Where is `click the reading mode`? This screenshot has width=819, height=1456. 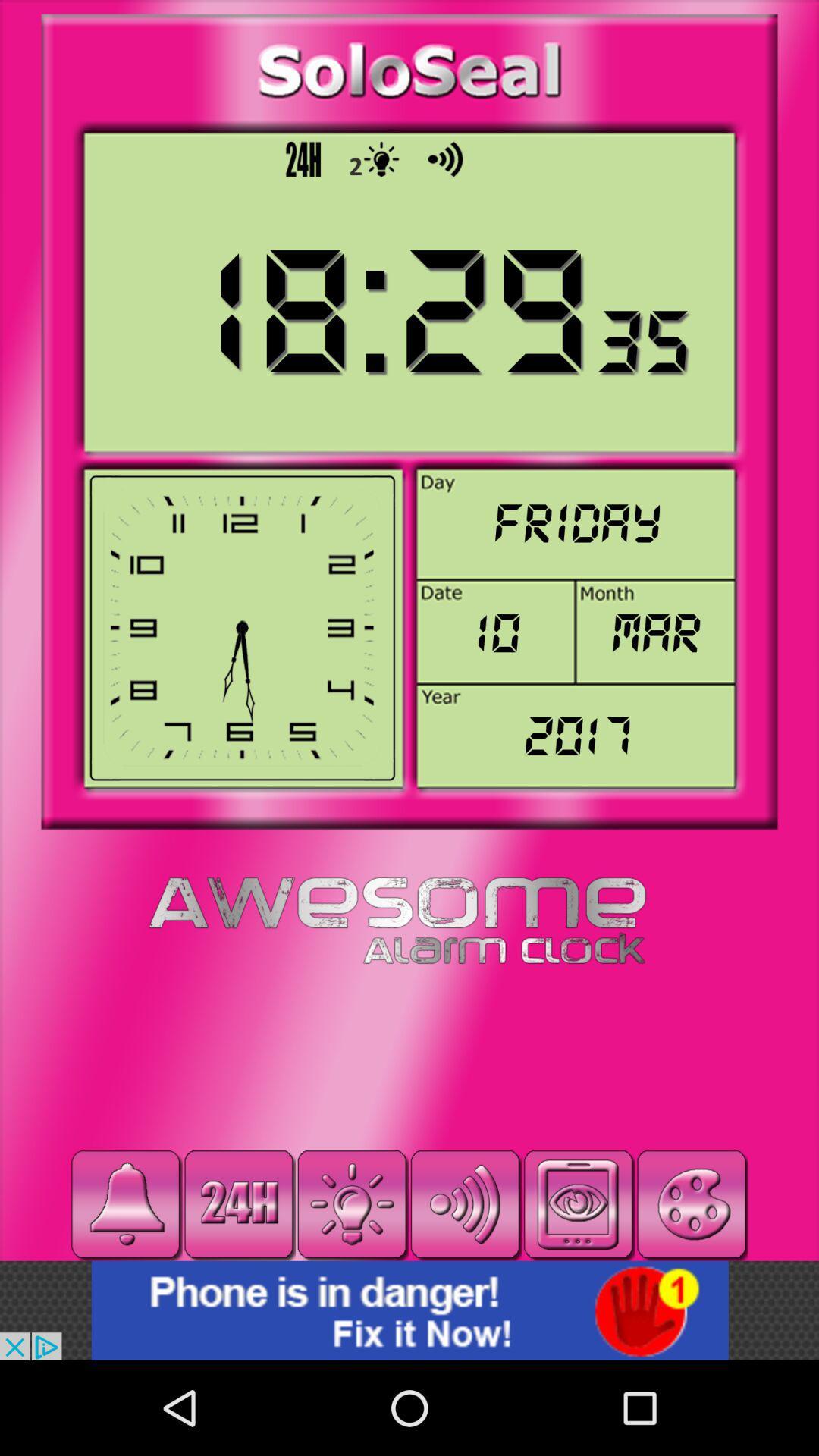 click the reading mode is located at coordinates (579, 1203).